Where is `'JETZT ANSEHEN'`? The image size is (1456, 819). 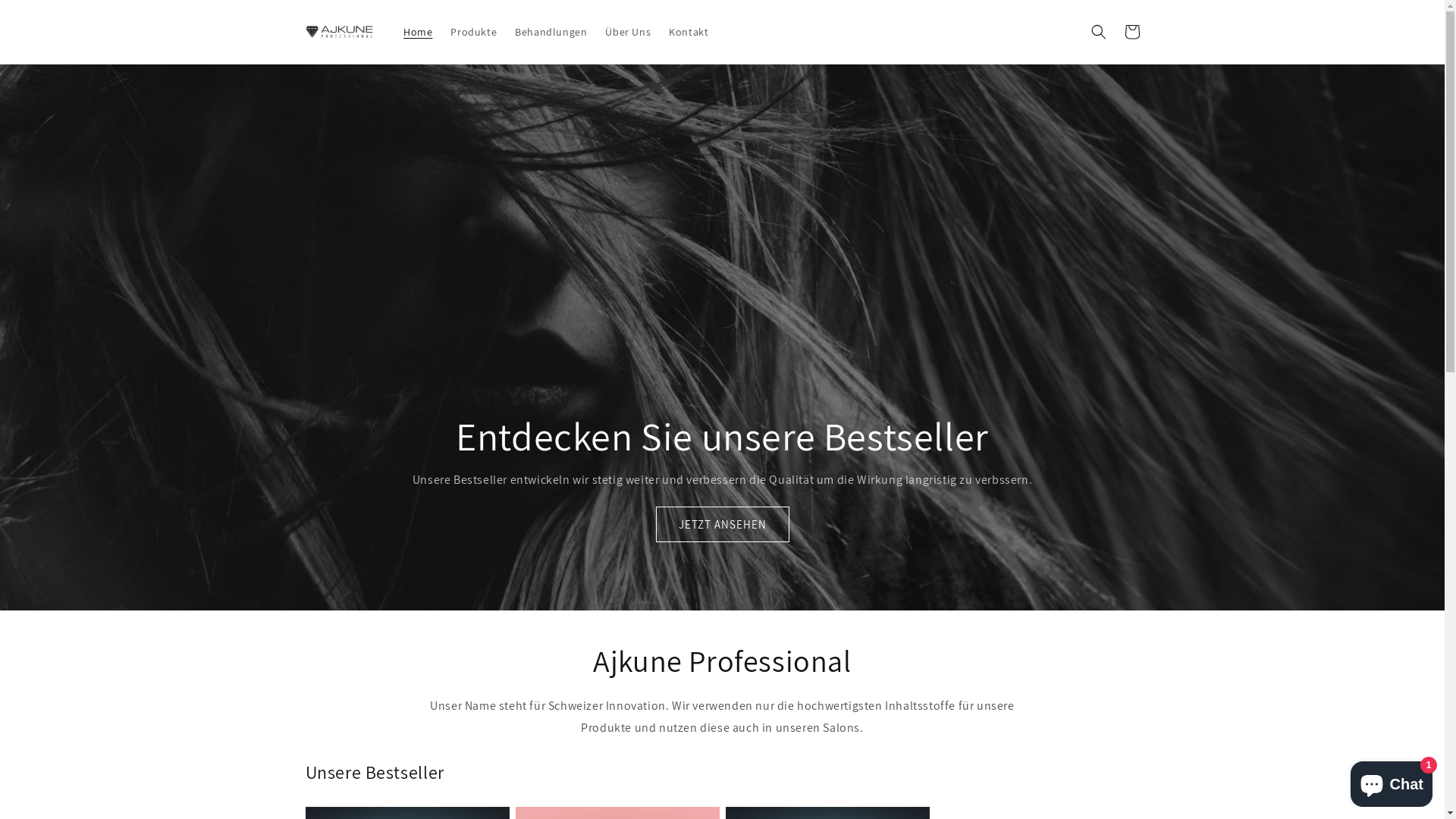
'JETZT ANSEHEN' is located at coordinates (720, 523).